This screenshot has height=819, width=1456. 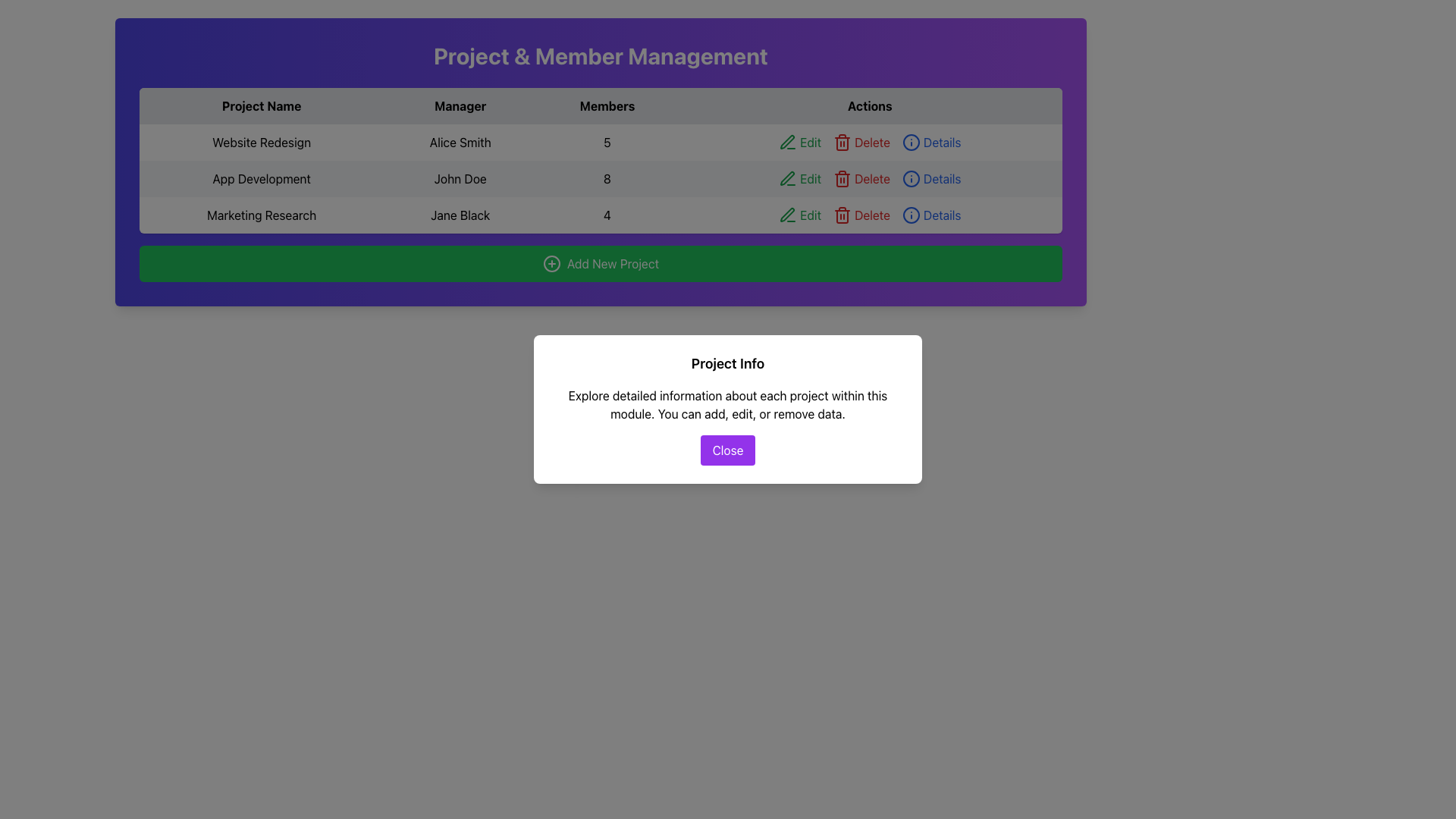 I want to click on the static text displaying the numeric value '8' in the 'Members' column of the 'App Development' row, which is associated with 'John Doe', so click(x=607, y=177).